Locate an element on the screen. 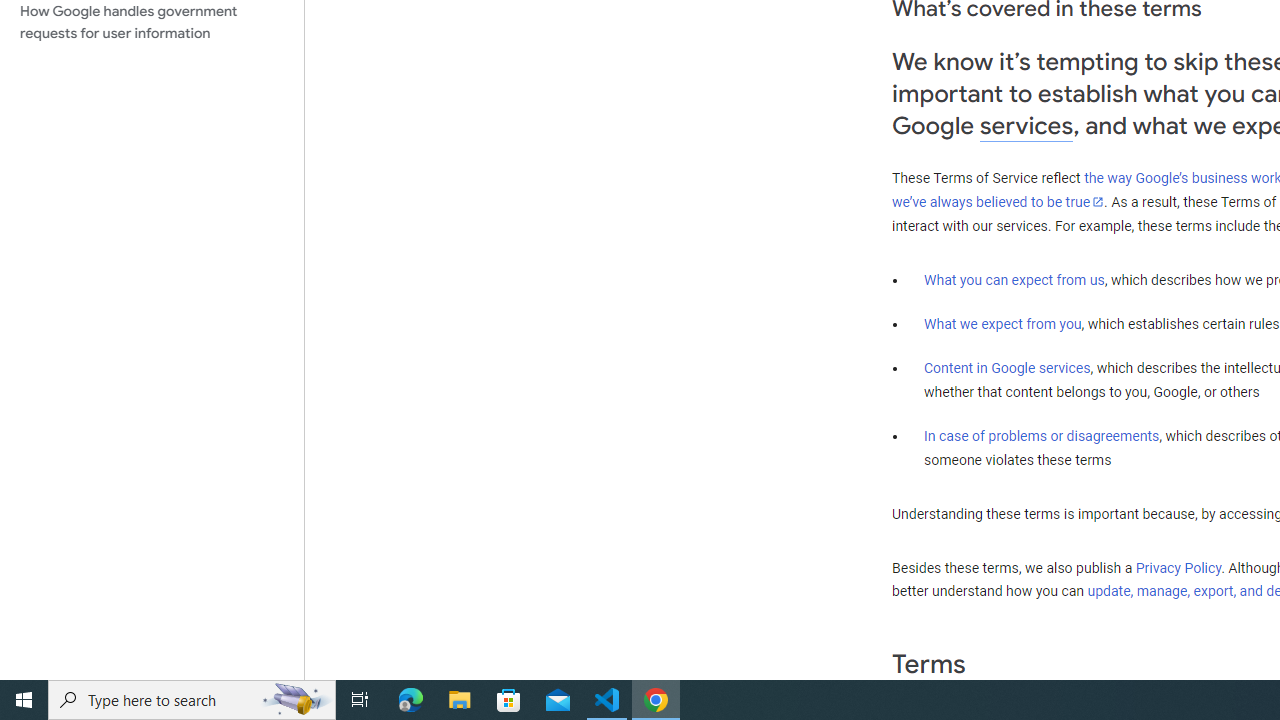 Image resolution: width=1280 pixels, height=720 pixels. 'services' is located at coordinates (1026, 125).